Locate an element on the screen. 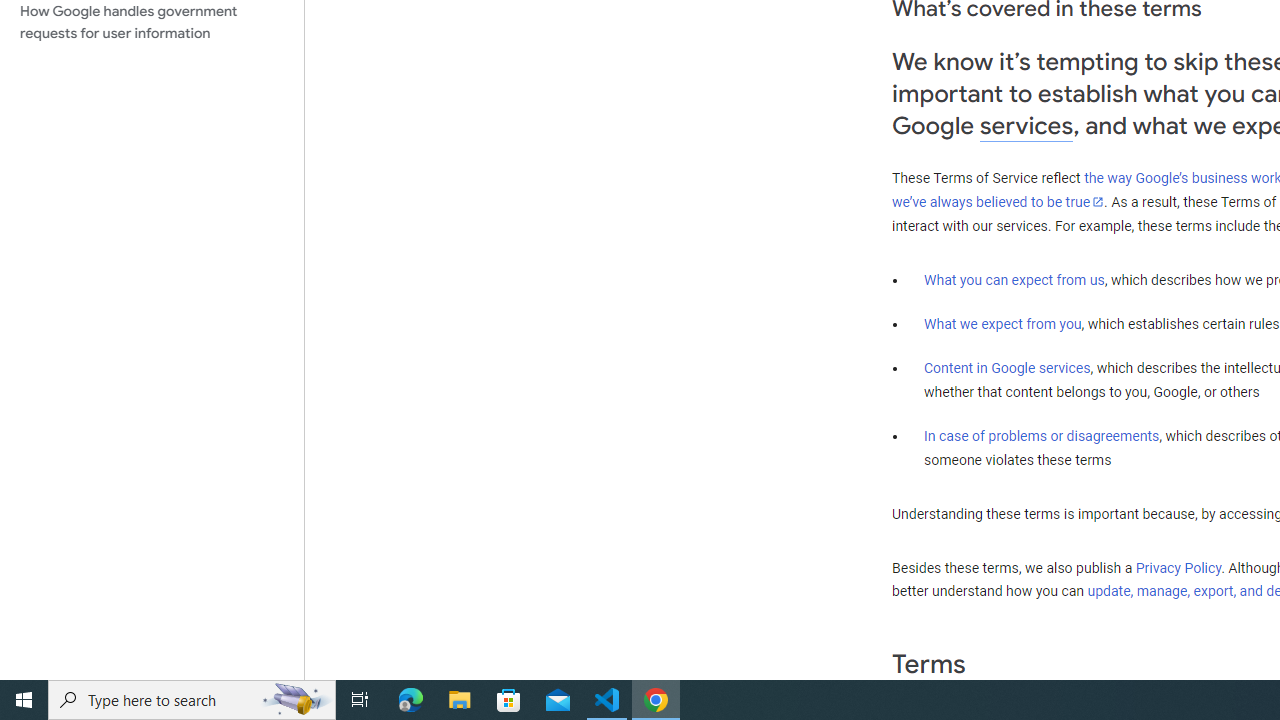 Image resolution: width=1280 pixels, height=720 pixels. 'services' is located at coordinates (1026, 125).